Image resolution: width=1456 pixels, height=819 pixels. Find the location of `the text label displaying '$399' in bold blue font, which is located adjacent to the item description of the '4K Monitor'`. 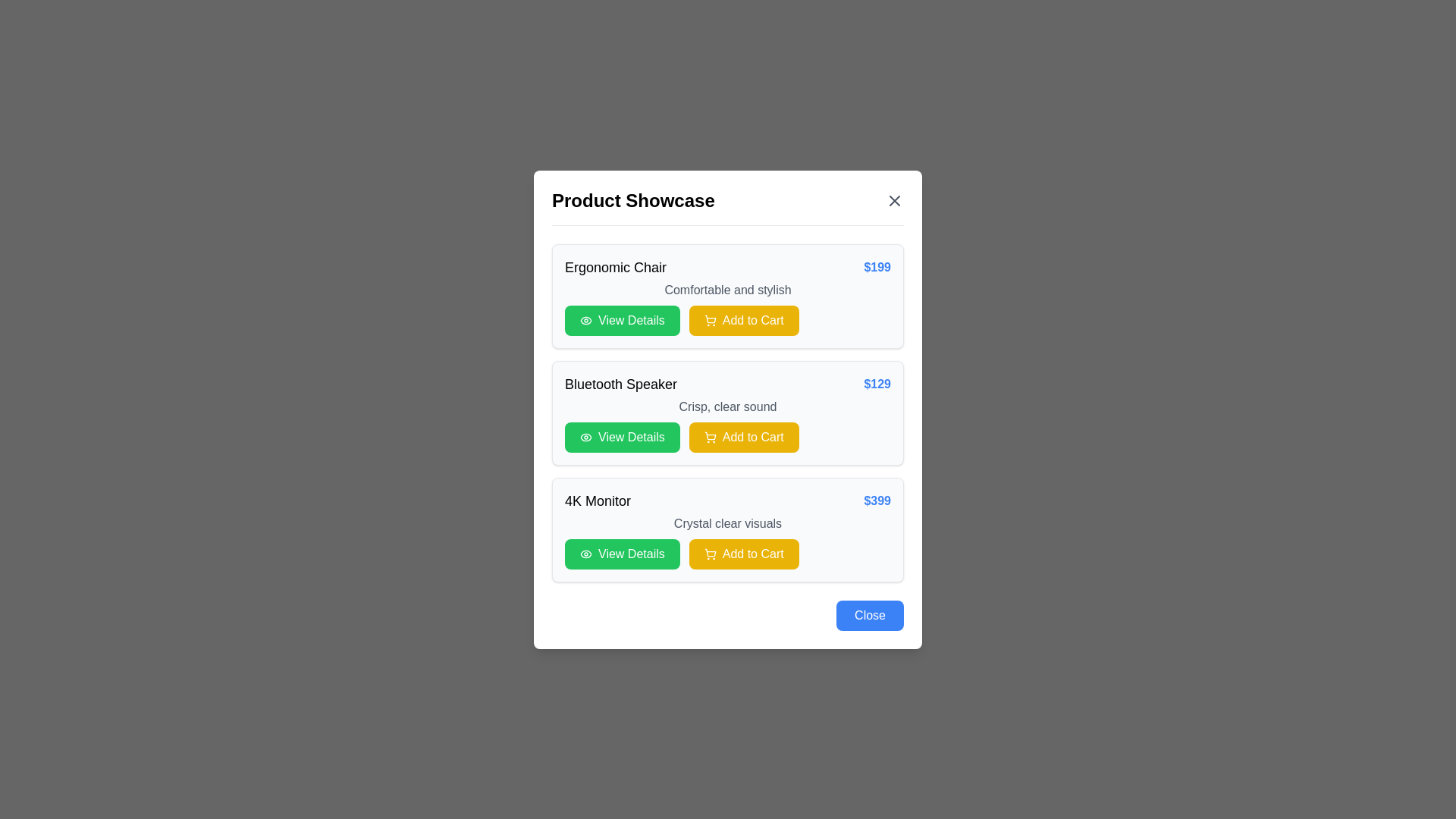

the text label displaying '$399' in bold blue font, which is located adjacent to the item description of the '4K Monitor' is located at coordinates (877, 500).